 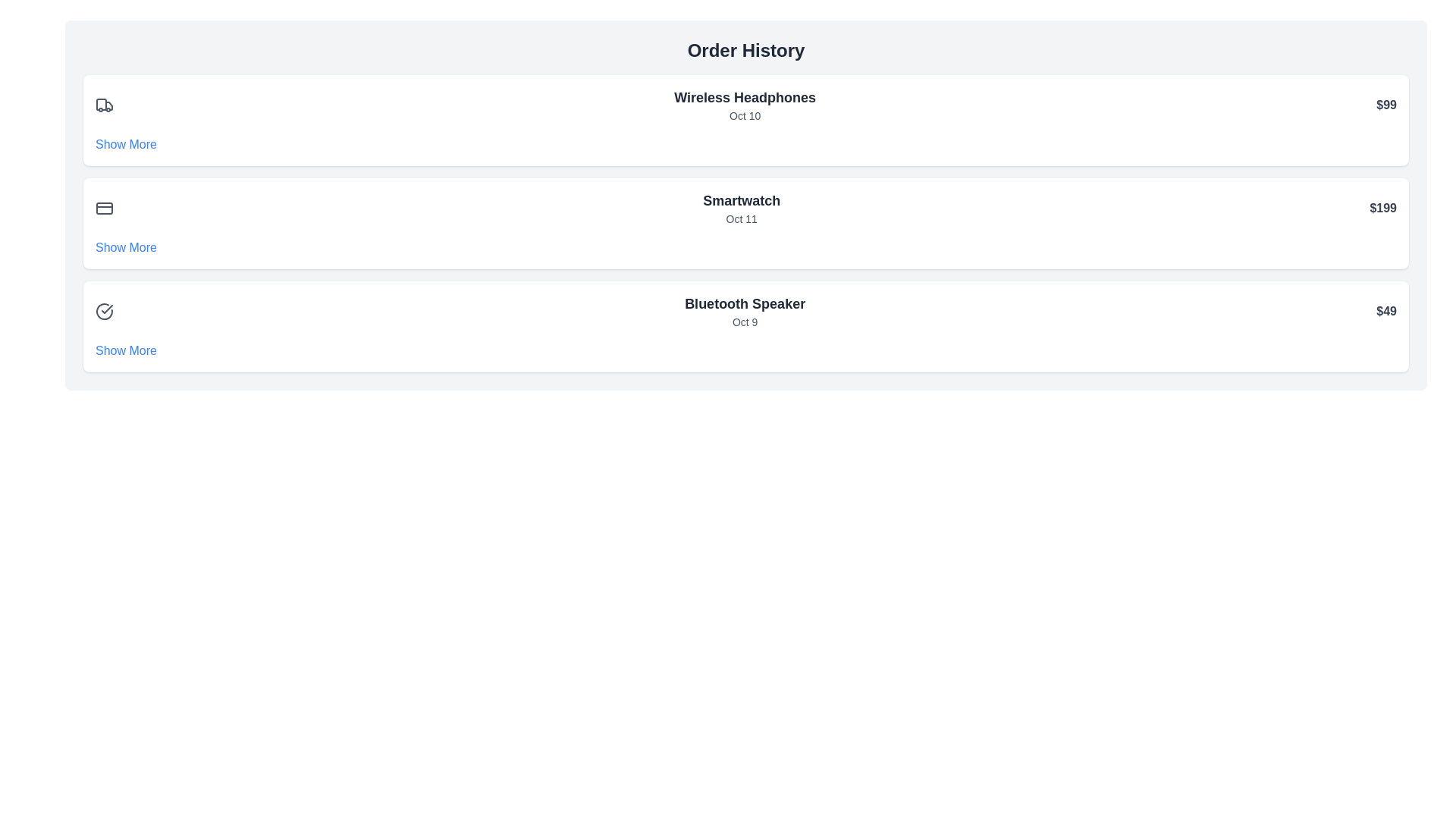 I want to click on the Information Display Card that contains the text 'Smartwatch' in bold, with the date 'Oct 11' below it and the price '$199' on the right, located in the second card of the 'Order History' section, so click(x=745, y=208).